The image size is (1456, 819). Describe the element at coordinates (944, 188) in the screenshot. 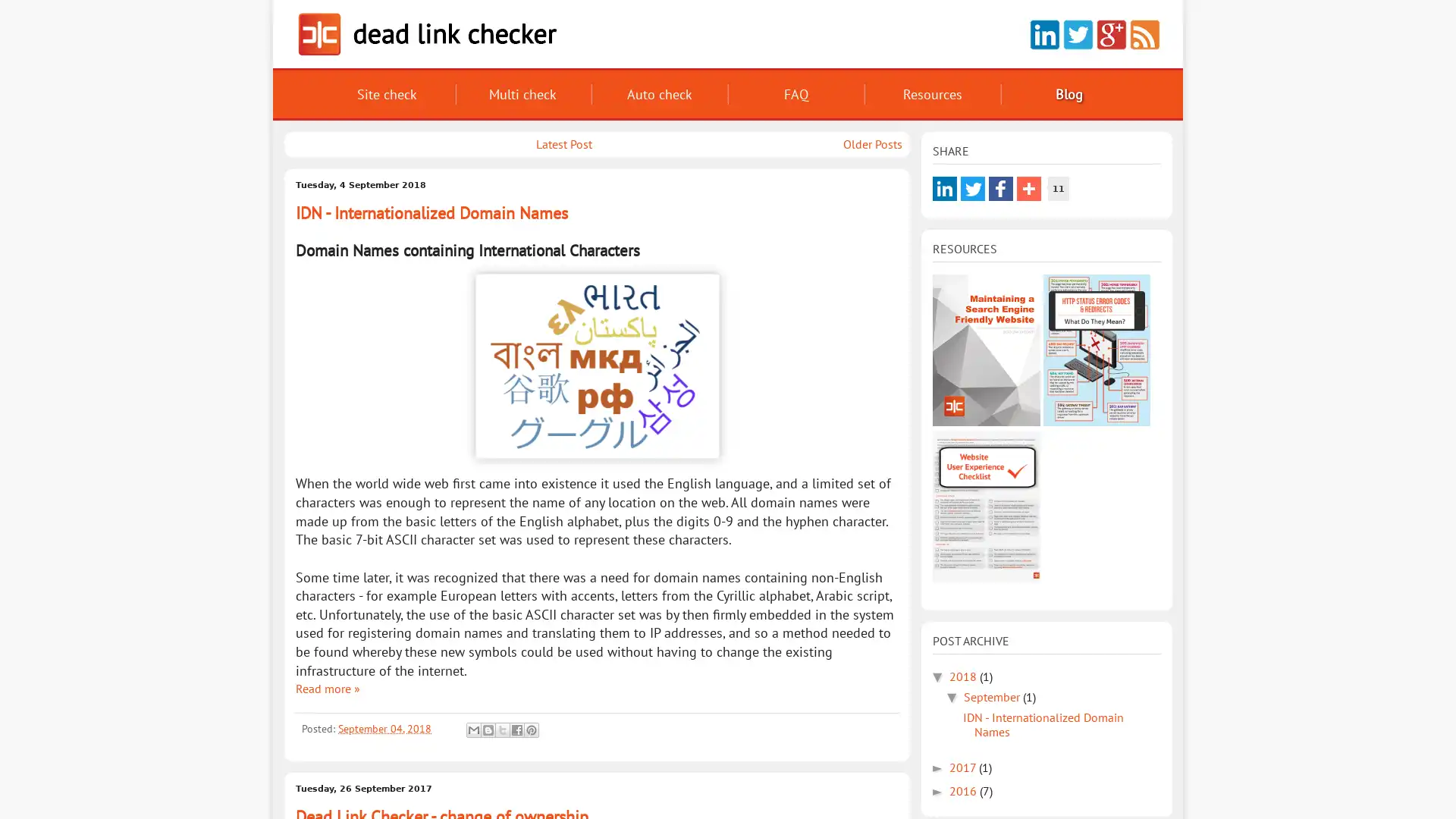

I see `Share to LinkedIn` at that location.